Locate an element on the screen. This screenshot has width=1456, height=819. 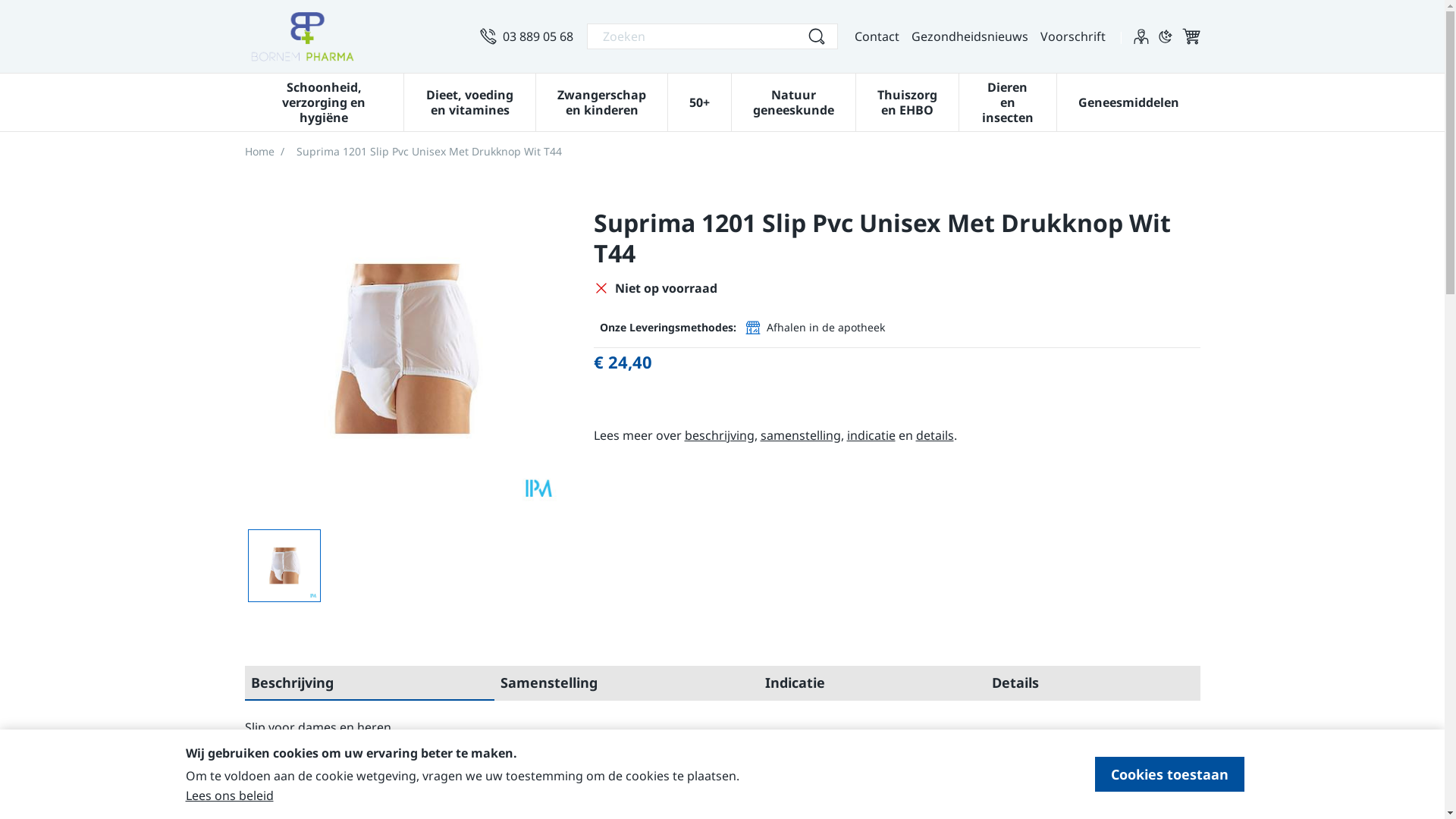
'Zoeken' is located at coordinates (814, 35).